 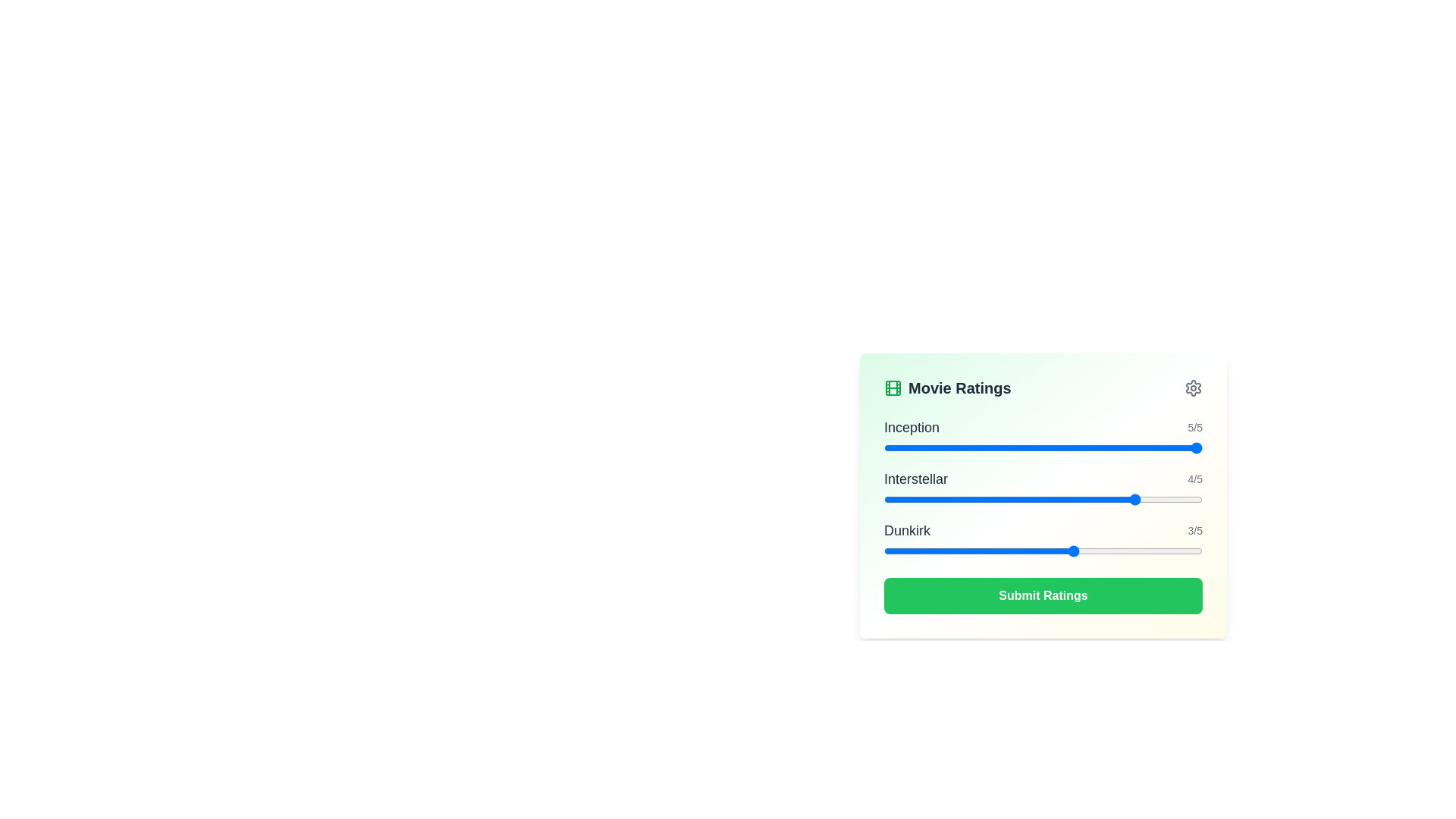 I want to click on the rating for 'Interstellar', so click(x=946, y=500).